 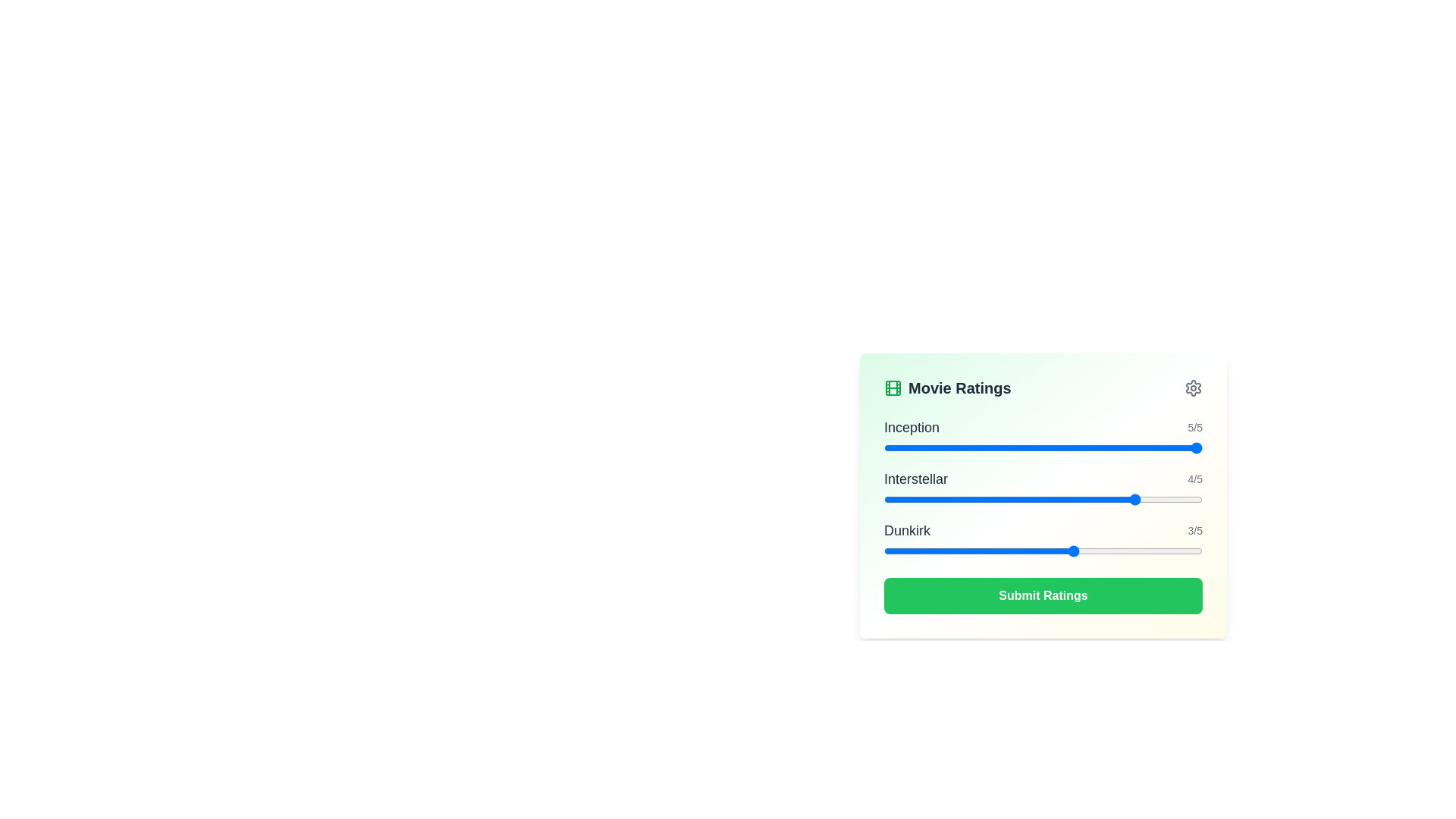 I want to click on the rating for 'Interstellar', so click(x=946, y=500).